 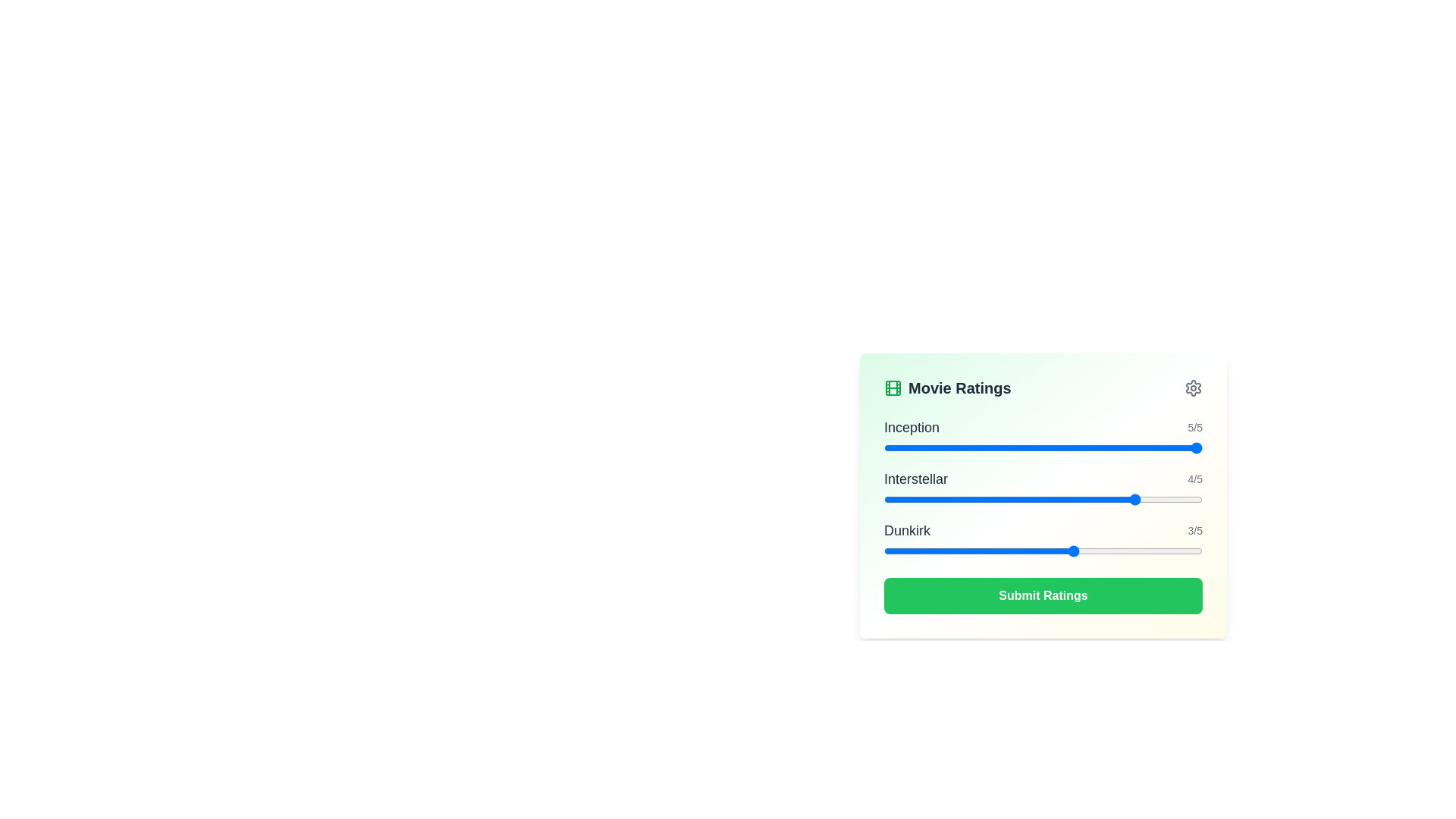 I want to click on the rating for 'Interstellar', so click(x=946, y=500).